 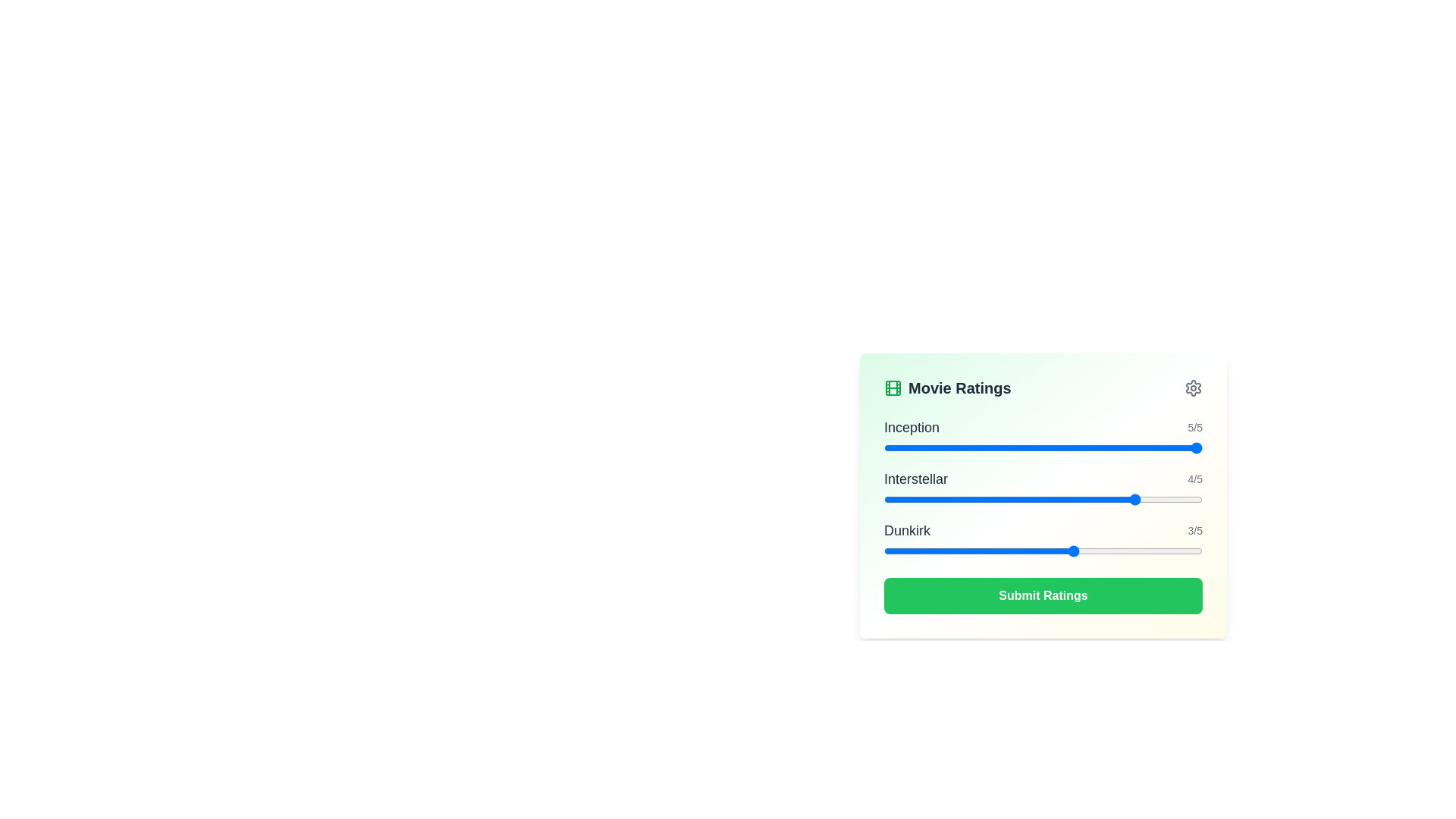 I want to click on the rating for 'Interstellar', so click(x=946, y=500).